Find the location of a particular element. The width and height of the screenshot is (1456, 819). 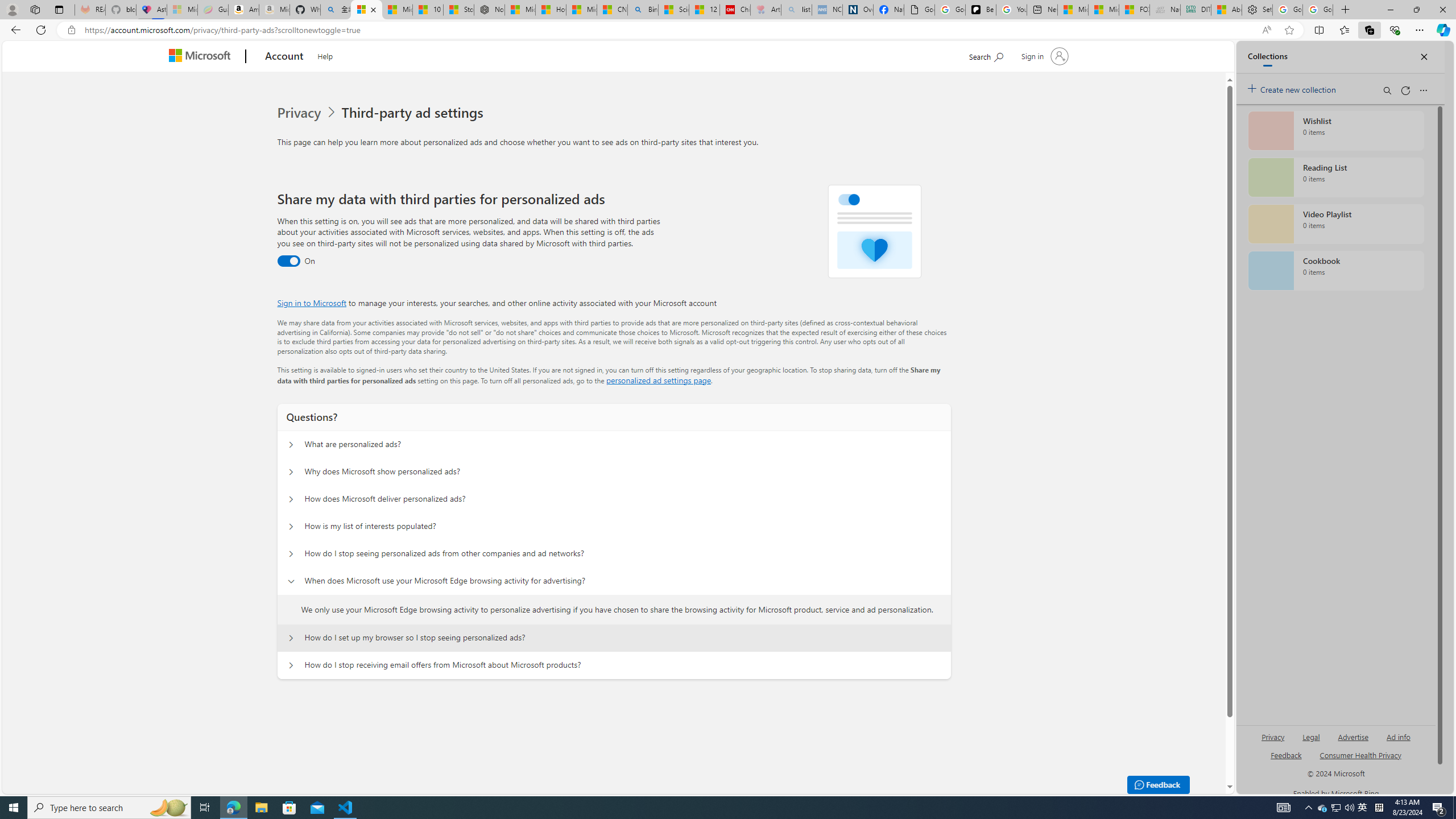

'Sign in to Microsoft' is located at coordinates (311, 303).